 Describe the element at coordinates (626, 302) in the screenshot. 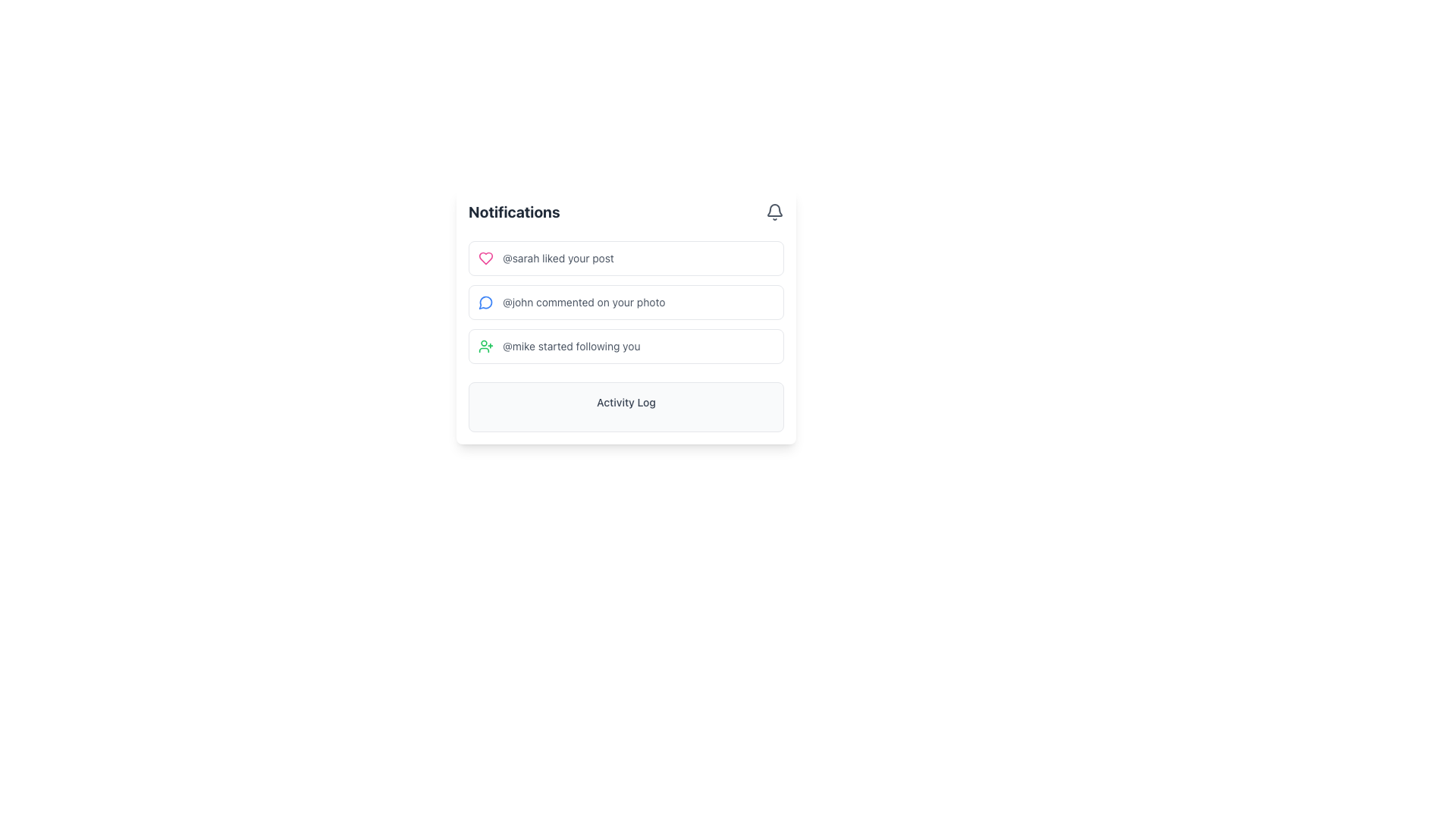

I see `the clickable notification entry displaying '@john commented on your photo'` at that location.